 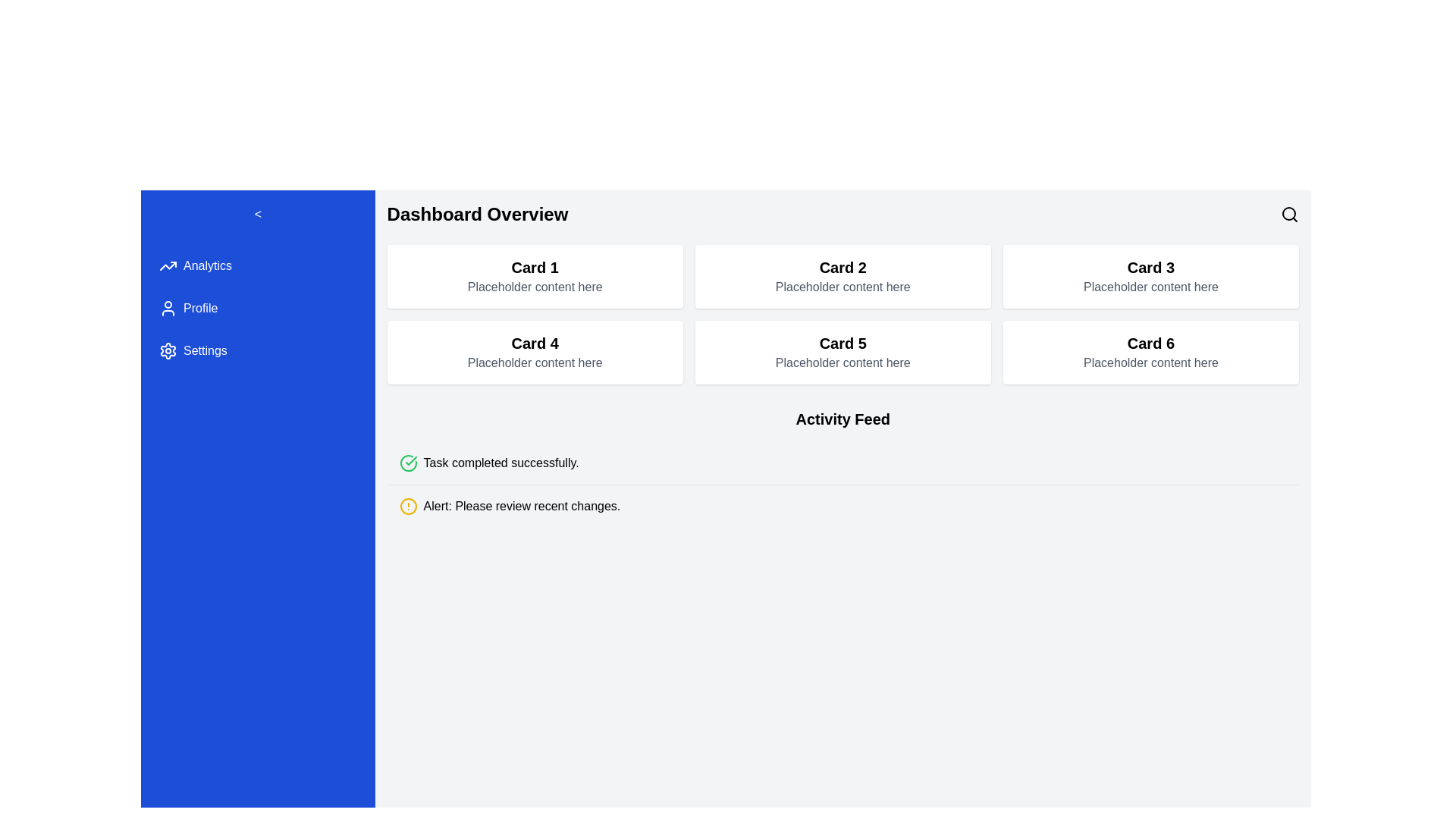 What do you see at coordinates (1288, 214) in the screenshot?
I see `the circular magnifying glass icon button located at the far right end of the 'Dashboard Overview' header for keyboard navigation` at bounding box center [1288, 214].